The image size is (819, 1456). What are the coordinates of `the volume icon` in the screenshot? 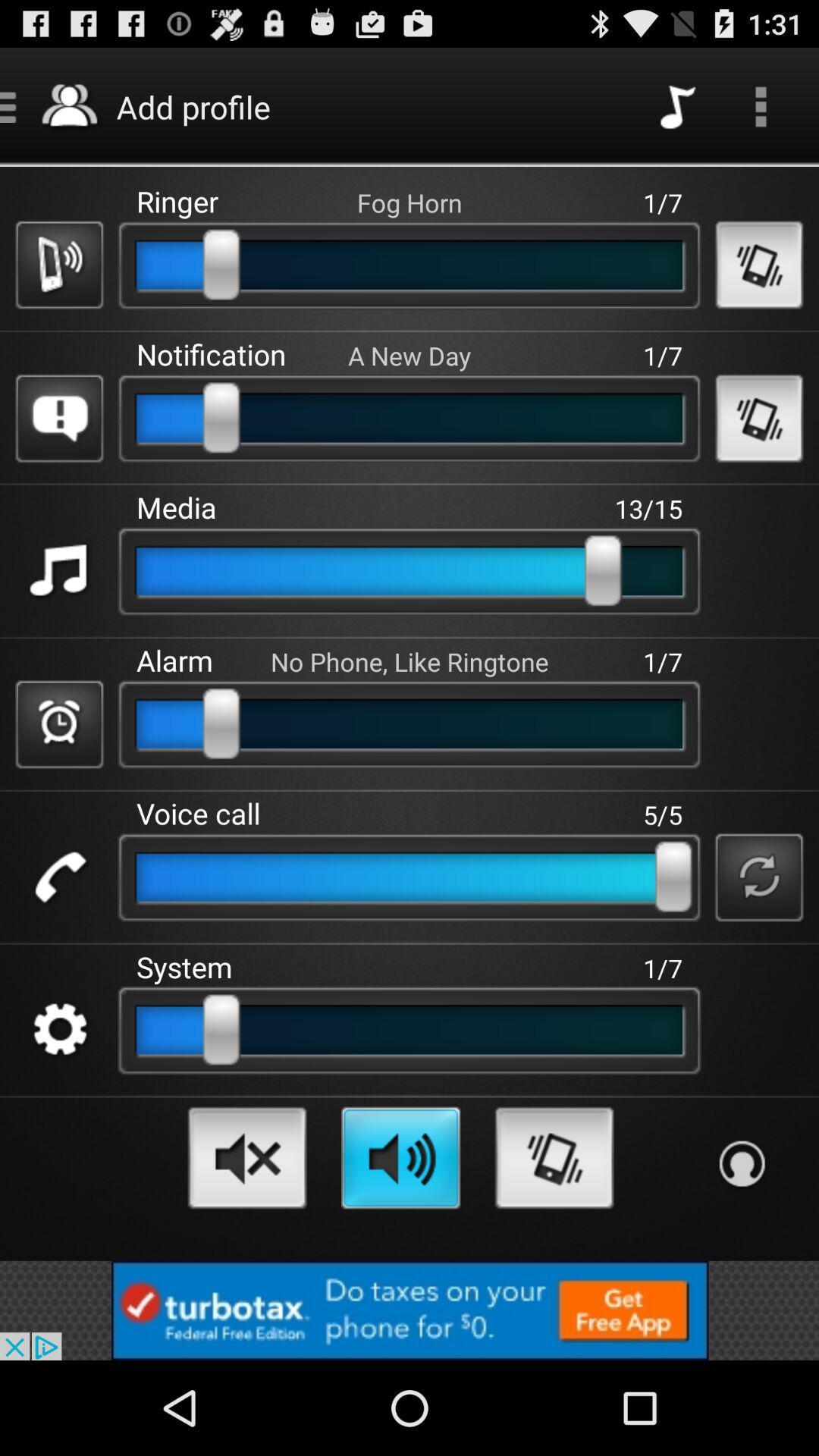 It's located at (400, 1239).